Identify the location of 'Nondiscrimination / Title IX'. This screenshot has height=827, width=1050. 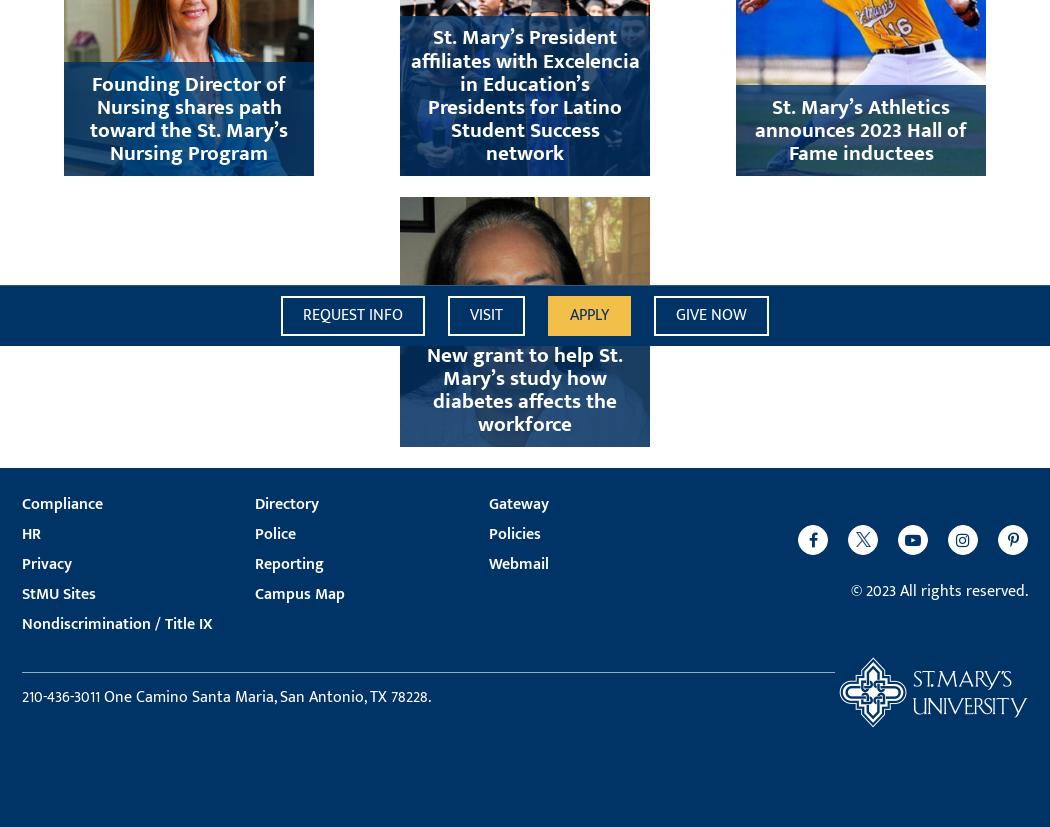
(116, 622).